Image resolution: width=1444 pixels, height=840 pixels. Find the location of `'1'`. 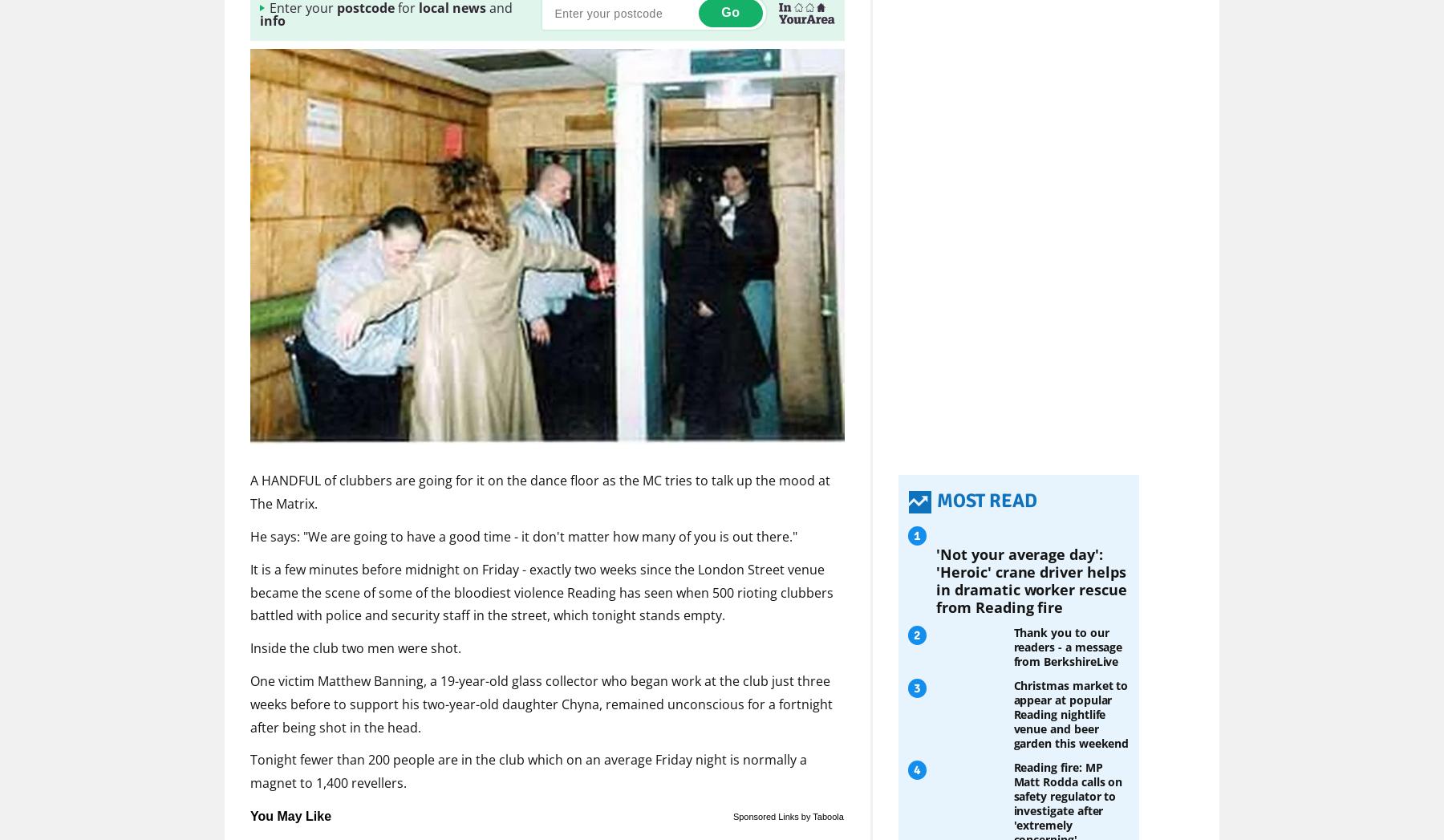

'1' is located at coordinates (915, 534).